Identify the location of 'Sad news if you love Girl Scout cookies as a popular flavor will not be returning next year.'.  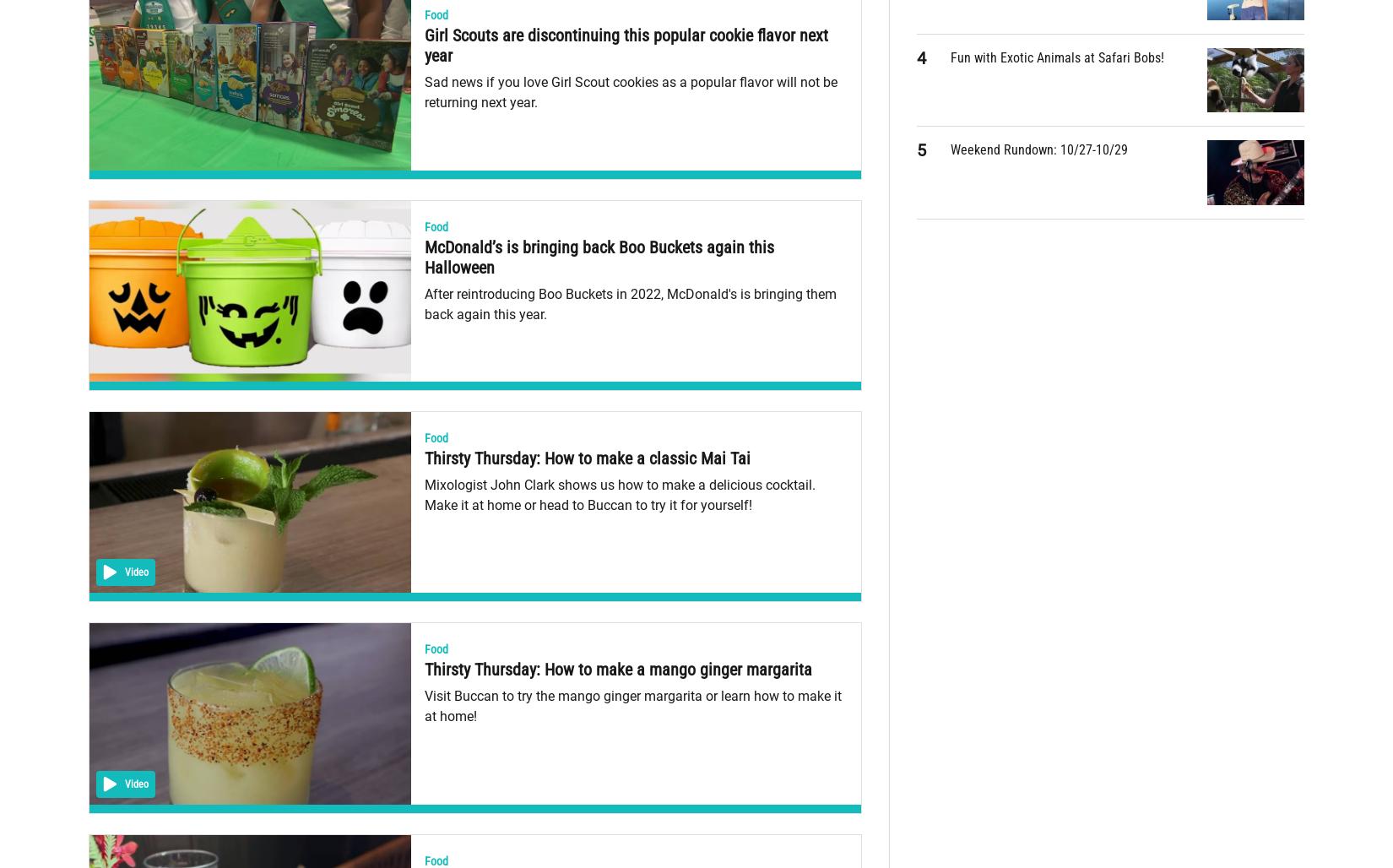
(629, 91).